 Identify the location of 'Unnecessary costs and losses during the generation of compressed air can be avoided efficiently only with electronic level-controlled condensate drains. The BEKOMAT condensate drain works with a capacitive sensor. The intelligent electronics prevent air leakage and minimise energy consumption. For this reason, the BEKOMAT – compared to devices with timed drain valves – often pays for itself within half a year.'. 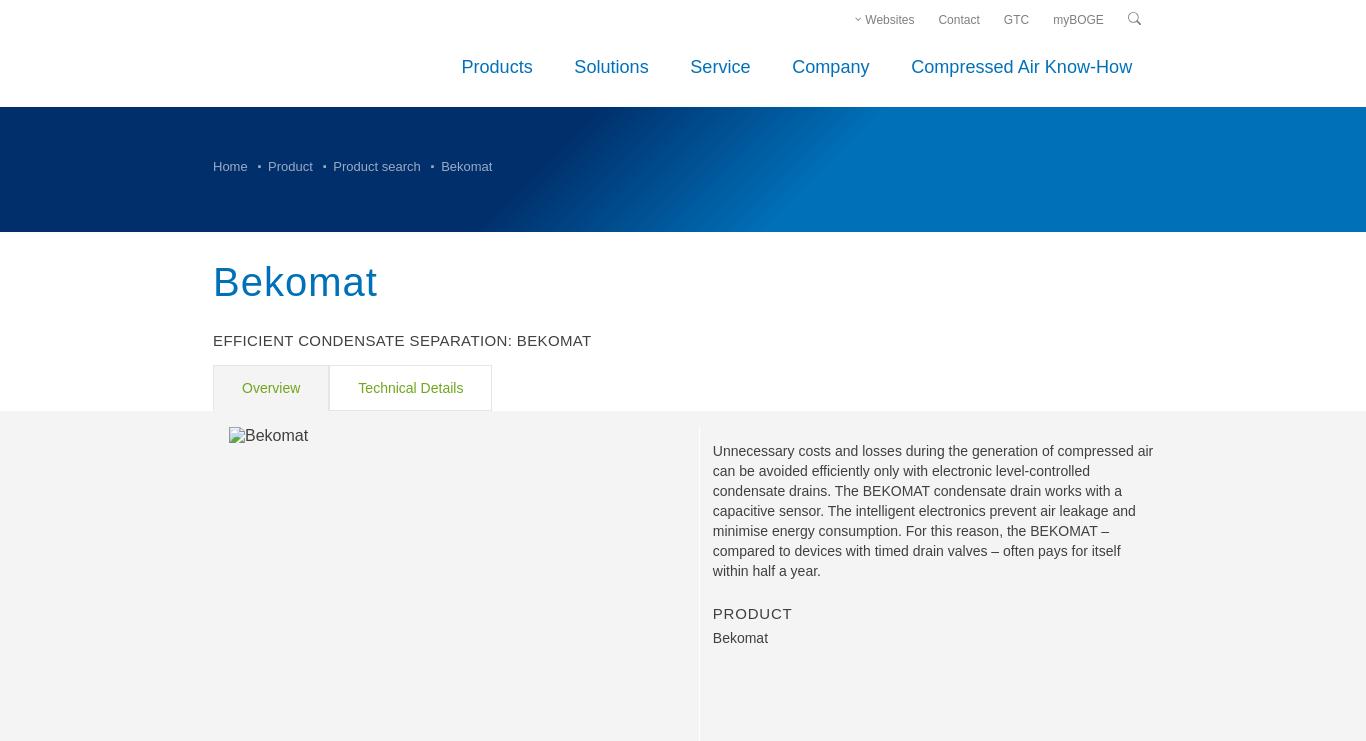
(932, 510).